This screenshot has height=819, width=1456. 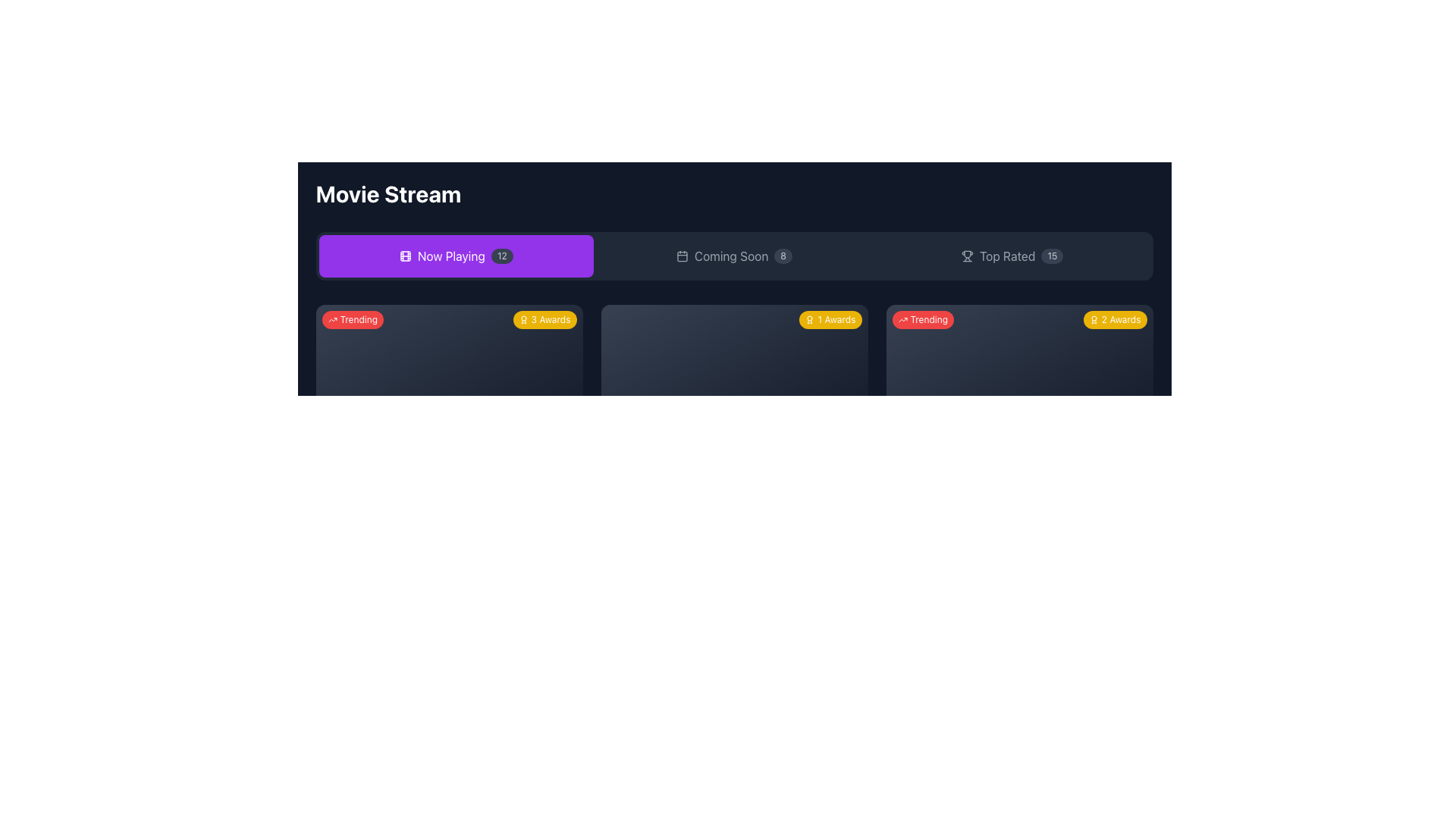 I want to click on the small gray badge displaying the number '15', which is positioned to the far right of the 'Top Rated' button, so click(x=1051, y=256).